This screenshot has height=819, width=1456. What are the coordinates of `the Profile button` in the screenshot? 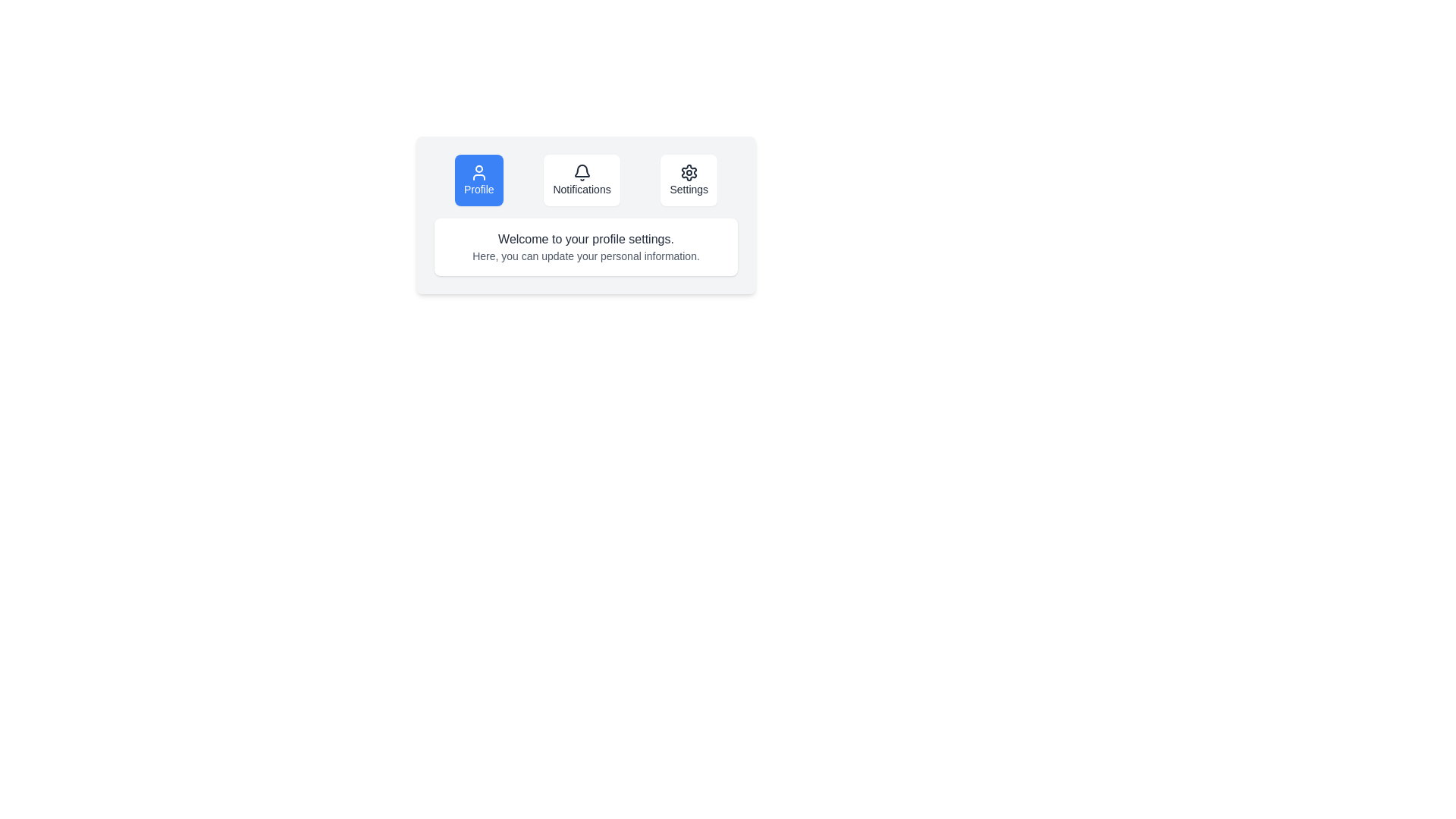 It's located at (478, 180).